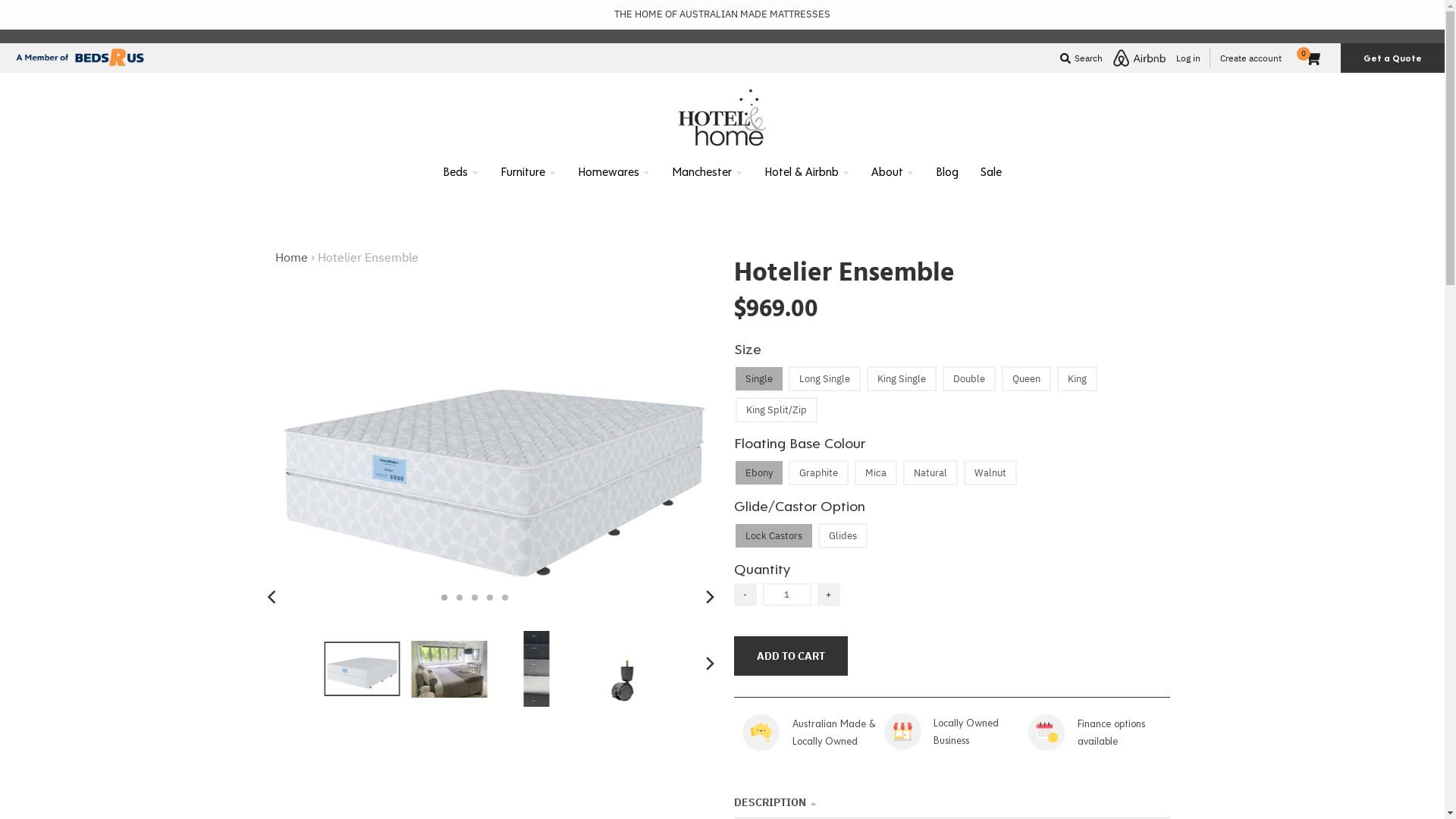 The width and height of the screenshot is (1456, 819). Describe the element at coordinates (828, 593) in the screenshot. I see `'+'` at that location.